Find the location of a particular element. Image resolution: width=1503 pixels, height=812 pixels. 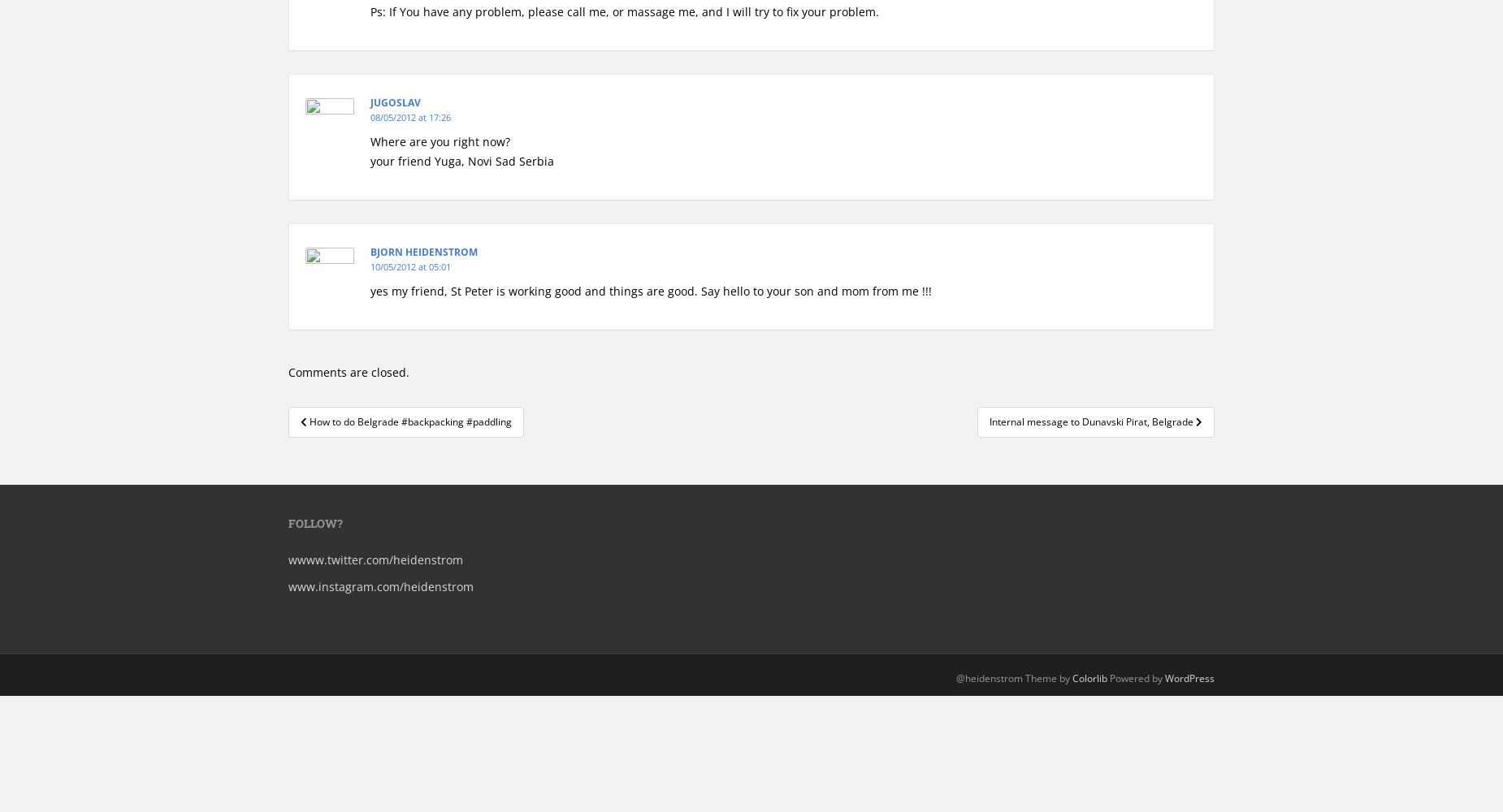

'www.instagram.com/heidenstrom' is located at coordinates (288, 585).